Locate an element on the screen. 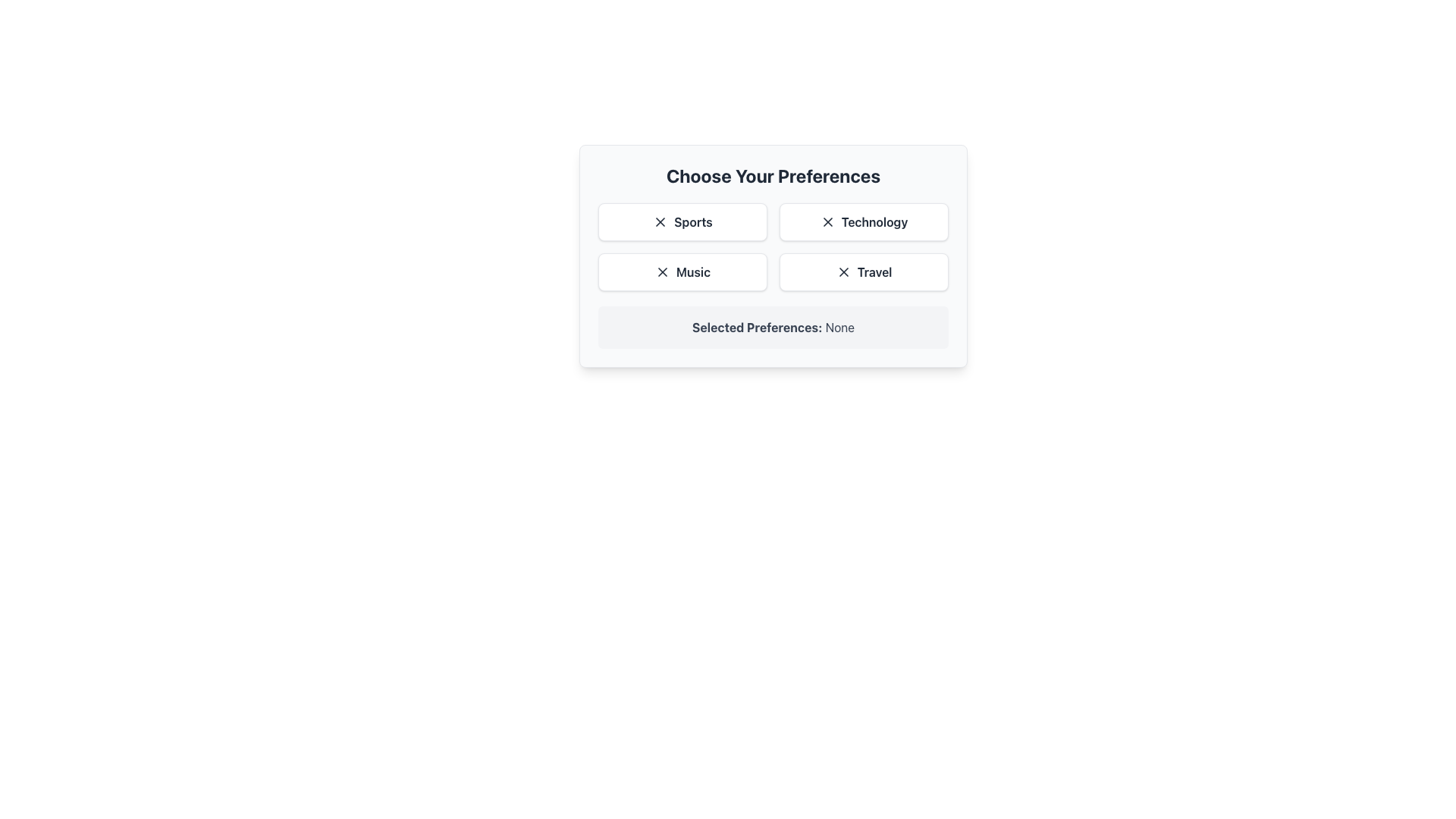  the 'Music' button is located at coordinates (682, 271).